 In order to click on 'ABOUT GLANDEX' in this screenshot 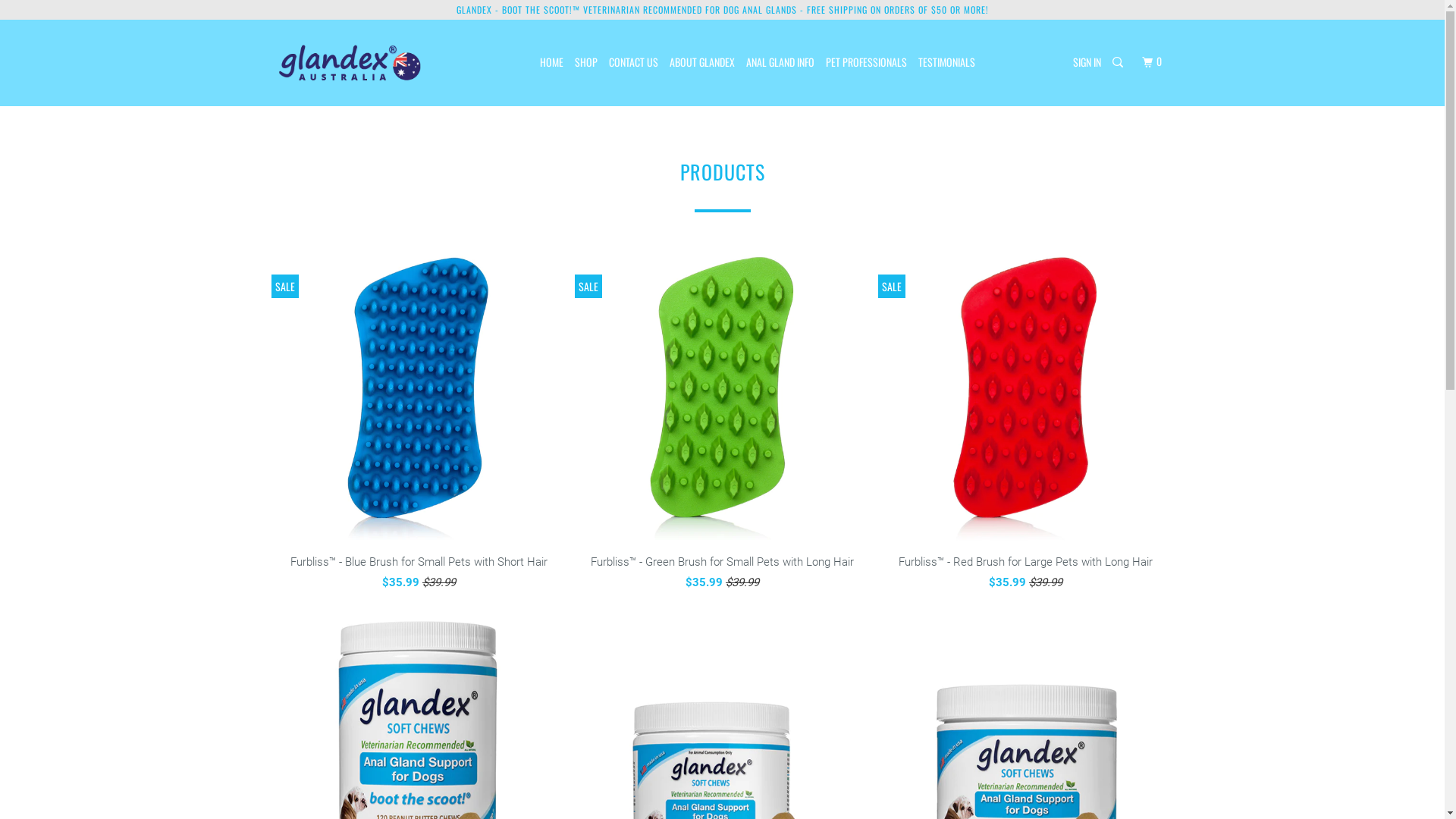, I will do `click(701, 61)`.